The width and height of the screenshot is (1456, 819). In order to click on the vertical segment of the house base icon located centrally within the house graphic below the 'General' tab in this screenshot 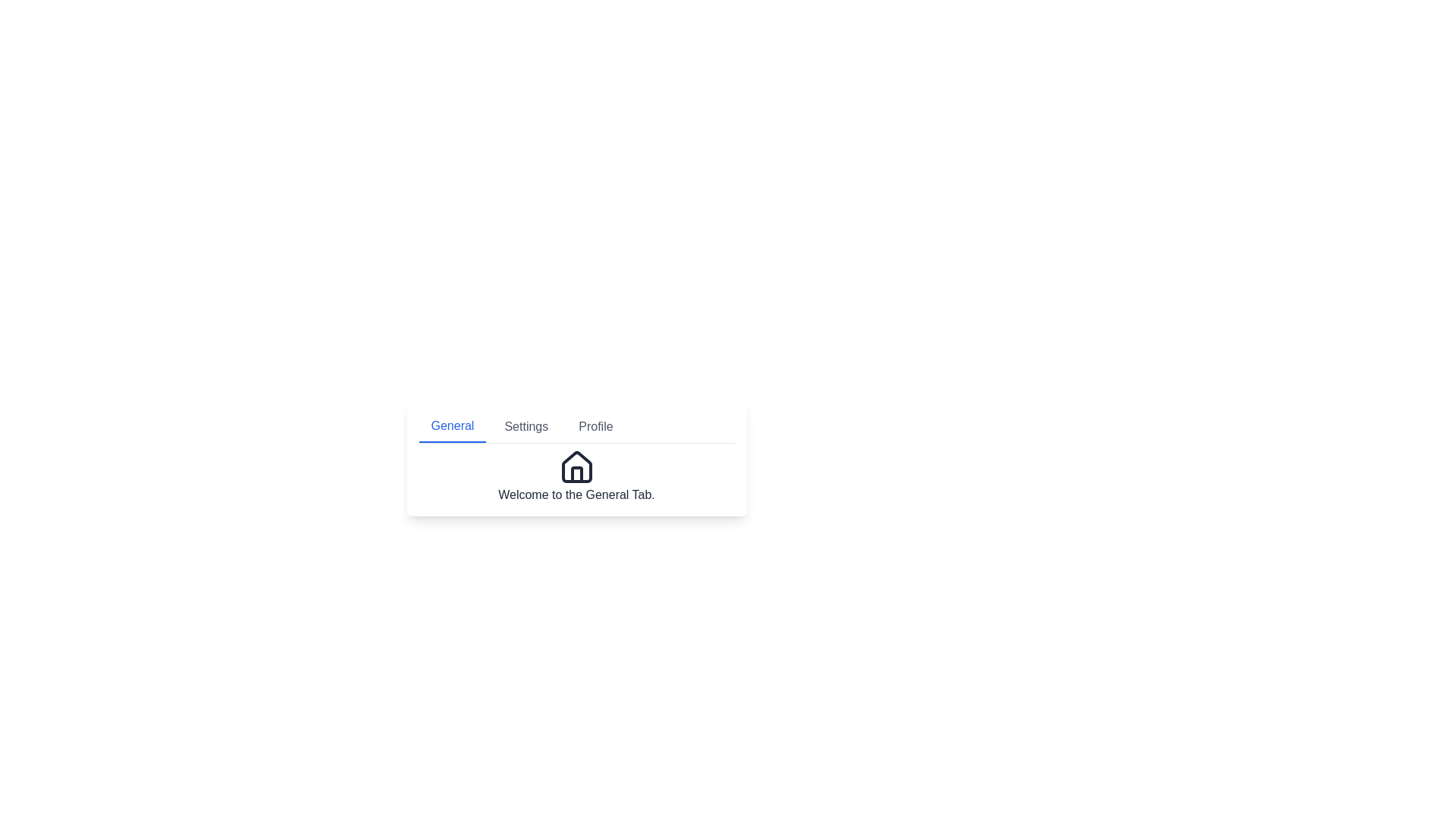, I will do `click(576, 473)`.